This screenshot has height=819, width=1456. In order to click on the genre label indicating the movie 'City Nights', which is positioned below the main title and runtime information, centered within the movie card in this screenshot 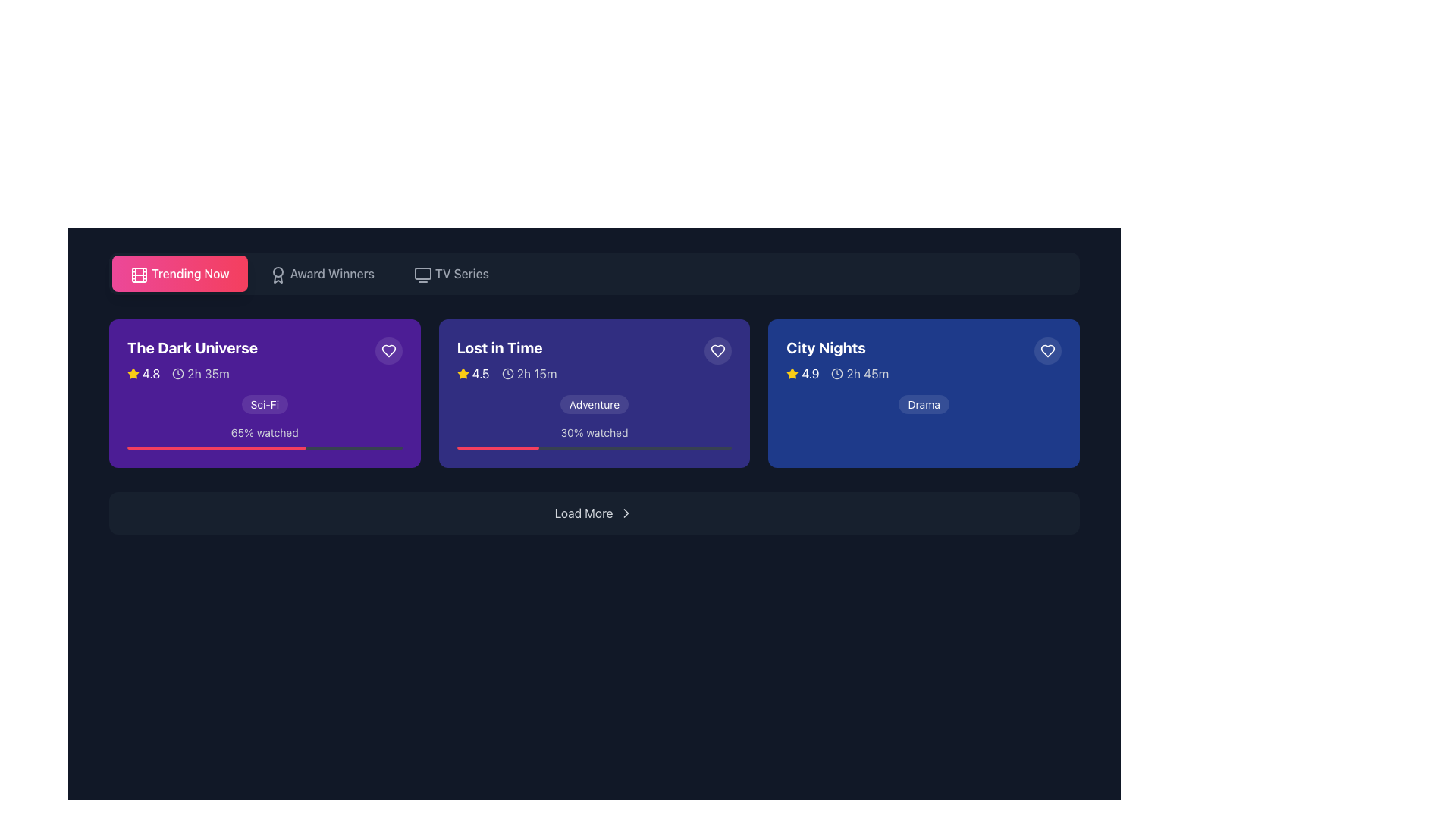, I will do `click(923, 403)`.